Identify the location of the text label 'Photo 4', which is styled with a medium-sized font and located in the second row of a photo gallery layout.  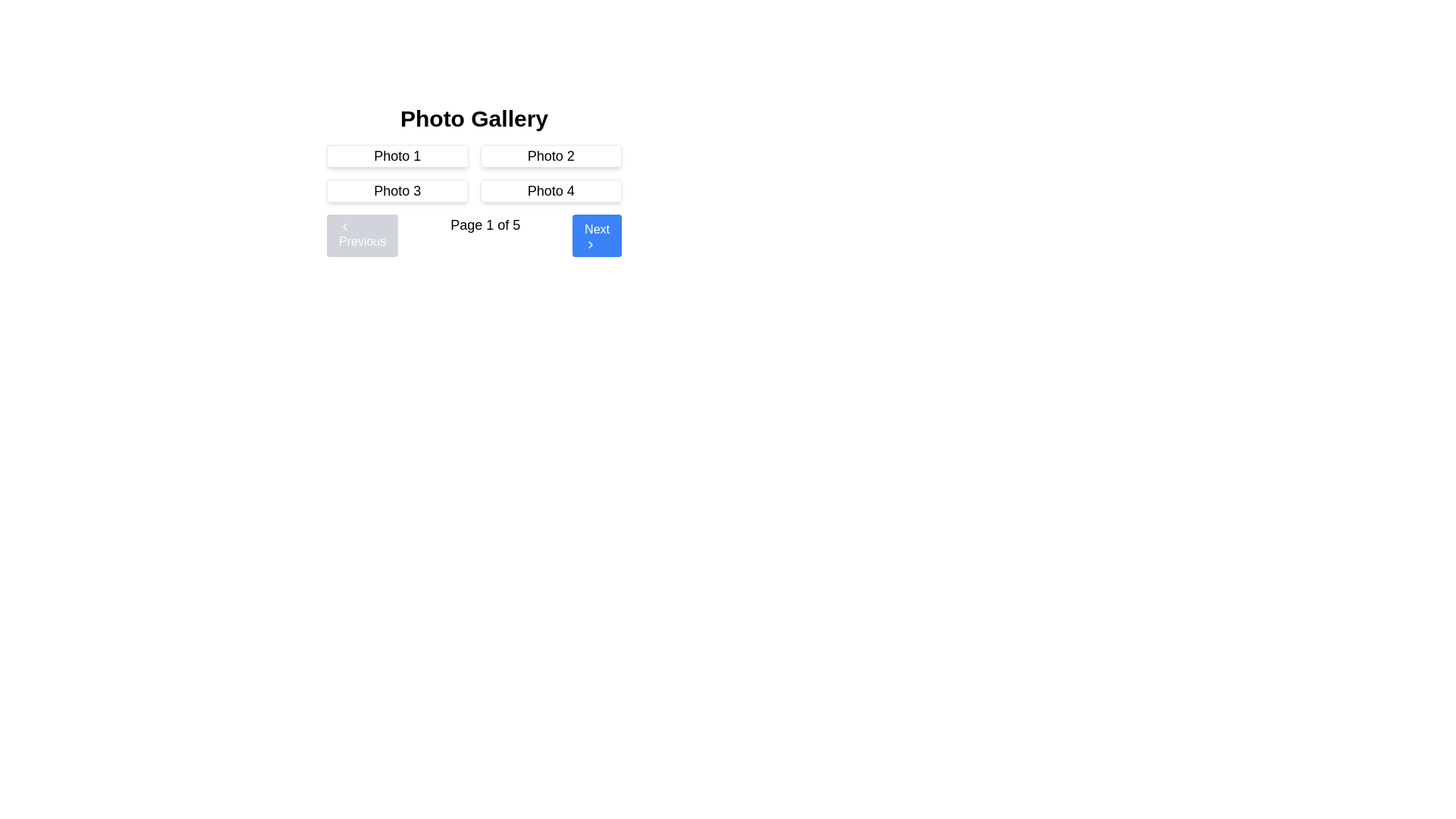
(550, 190).